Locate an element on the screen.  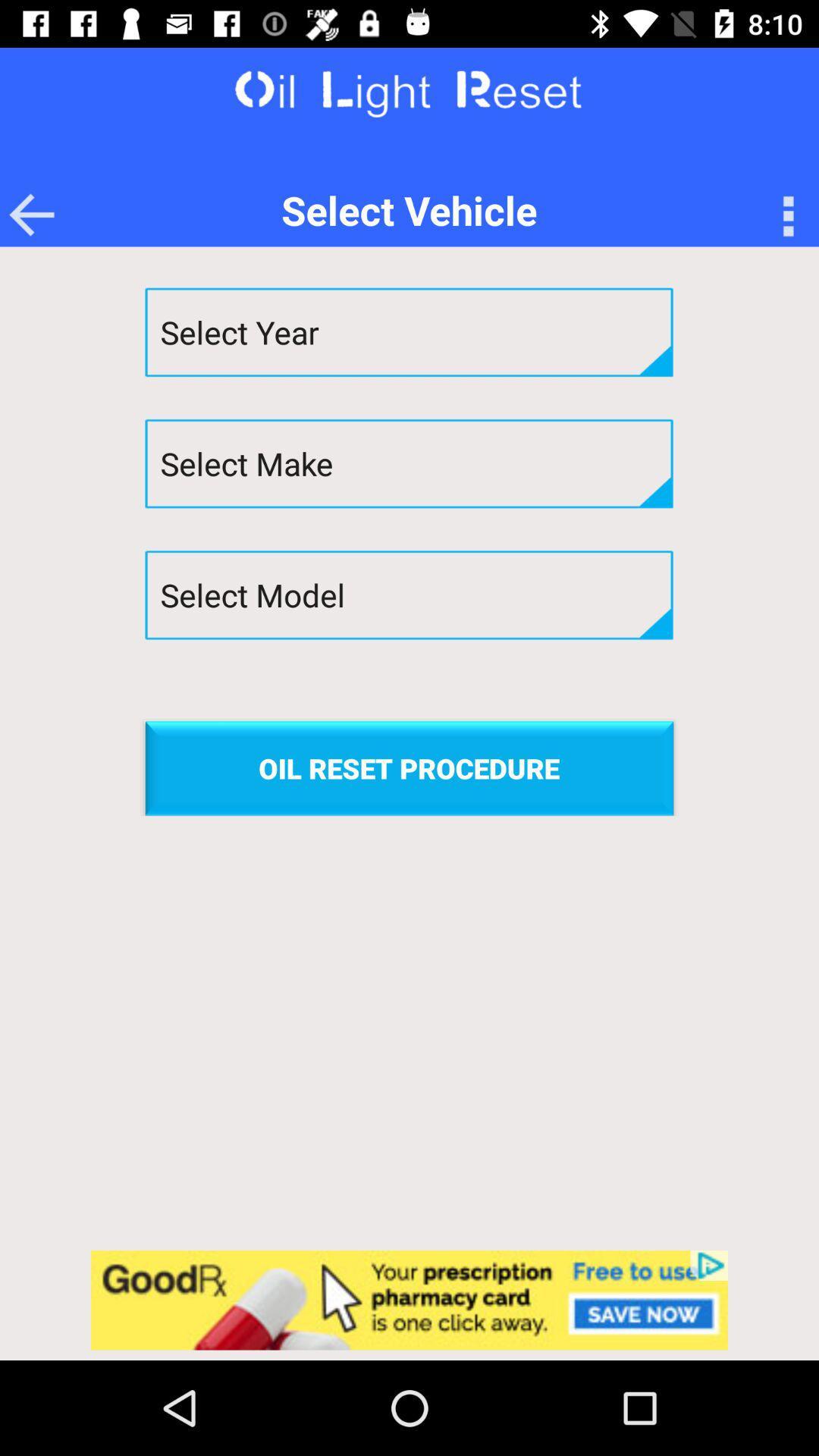
the arrow_backward icon is located at coordinates (32, 214).